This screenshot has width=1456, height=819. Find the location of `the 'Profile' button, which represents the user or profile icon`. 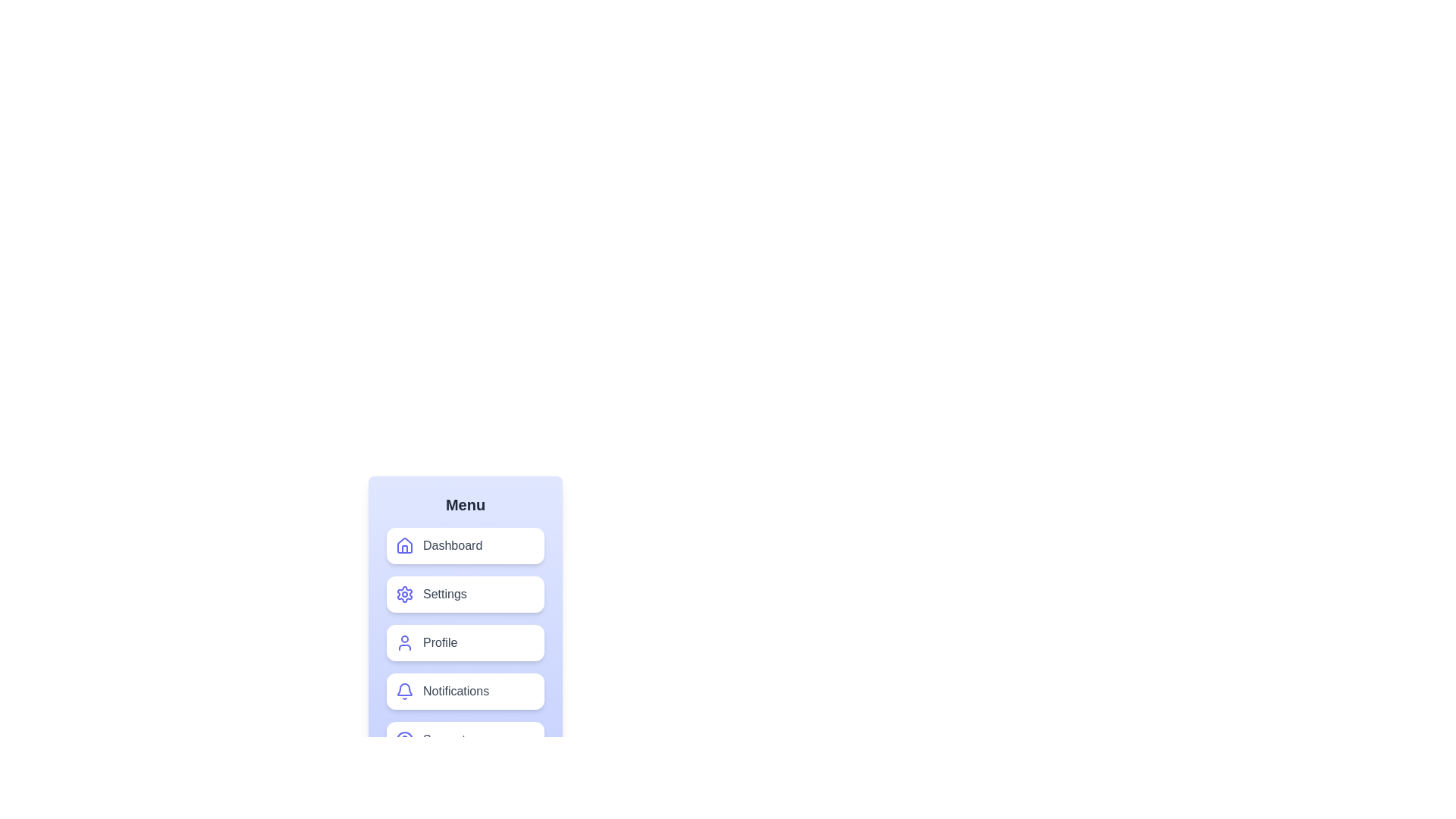

the 'Profile' button, which represents the user or profile icon is located at coordinates (404, 643).